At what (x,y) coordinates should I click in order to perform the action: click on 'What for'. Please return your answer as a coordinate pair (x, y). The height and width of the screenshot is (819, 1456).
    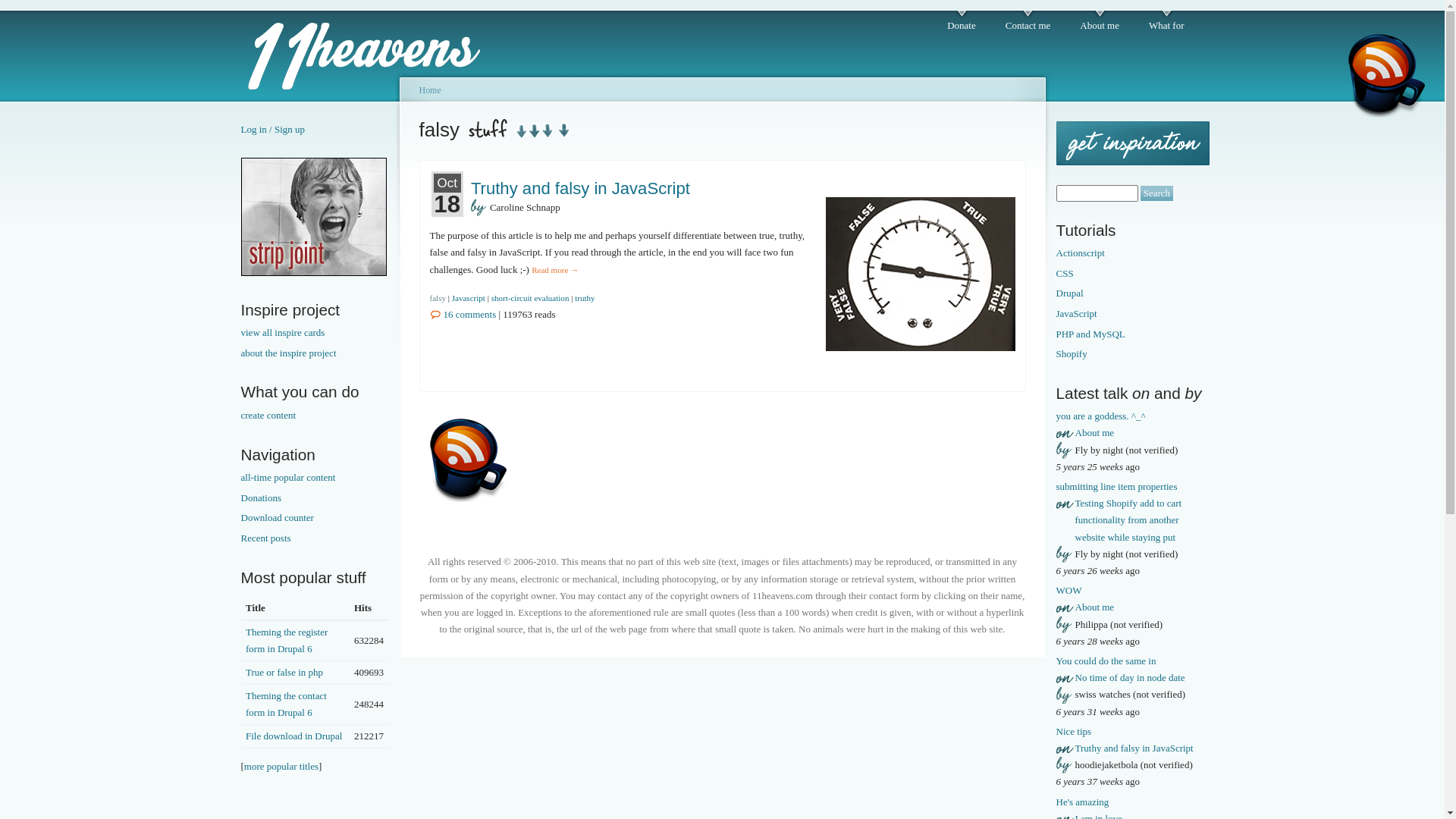
    Looking at the image, I should click on (1166, 22).